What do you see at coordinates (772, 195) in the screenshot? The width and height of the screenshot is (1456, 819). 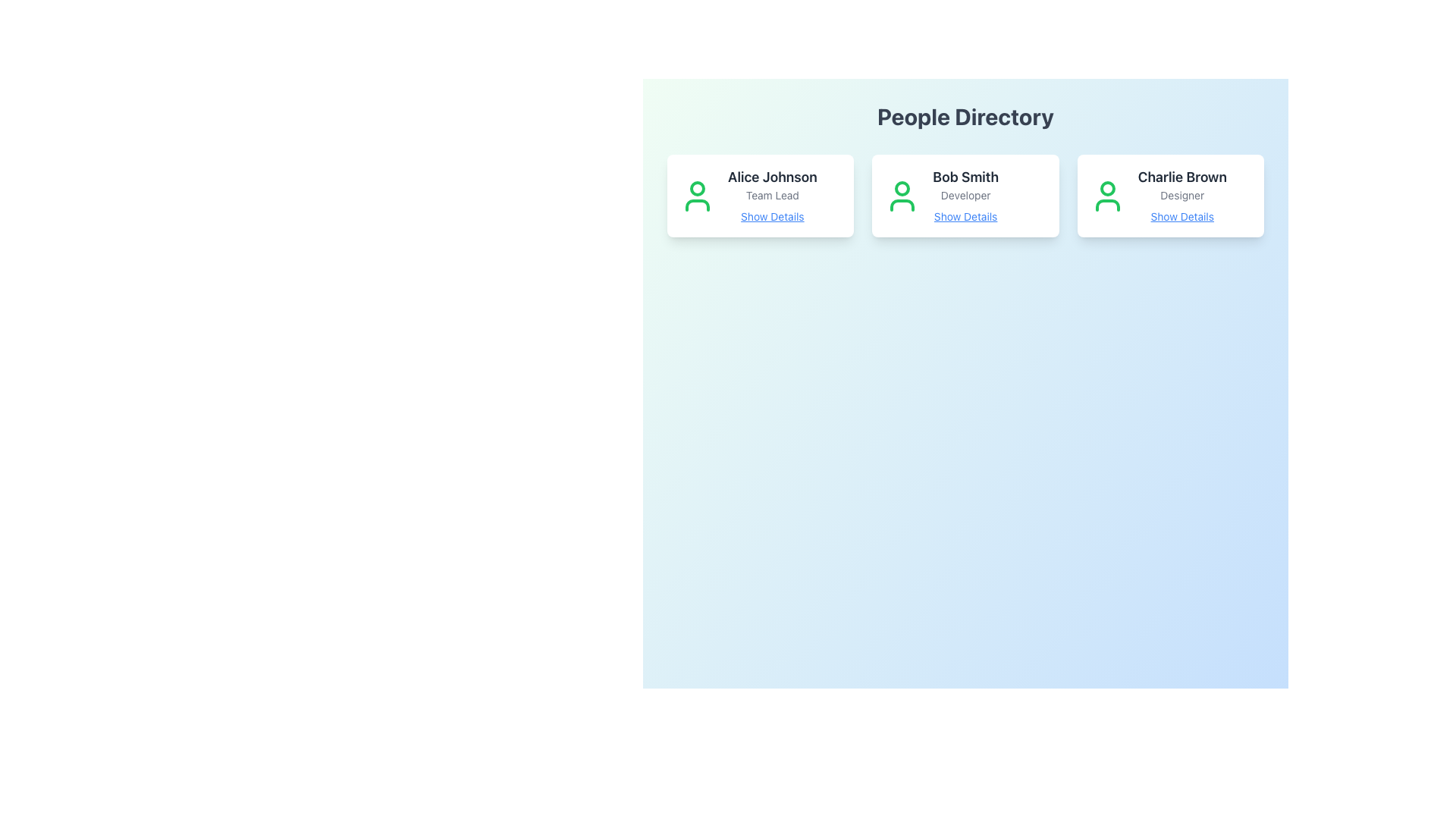 I see `the 'Team Lead' text label, which is styled in small and light gray font and located below the header 'Alice Johnson' in the card component` at bounding box center [772, 195].